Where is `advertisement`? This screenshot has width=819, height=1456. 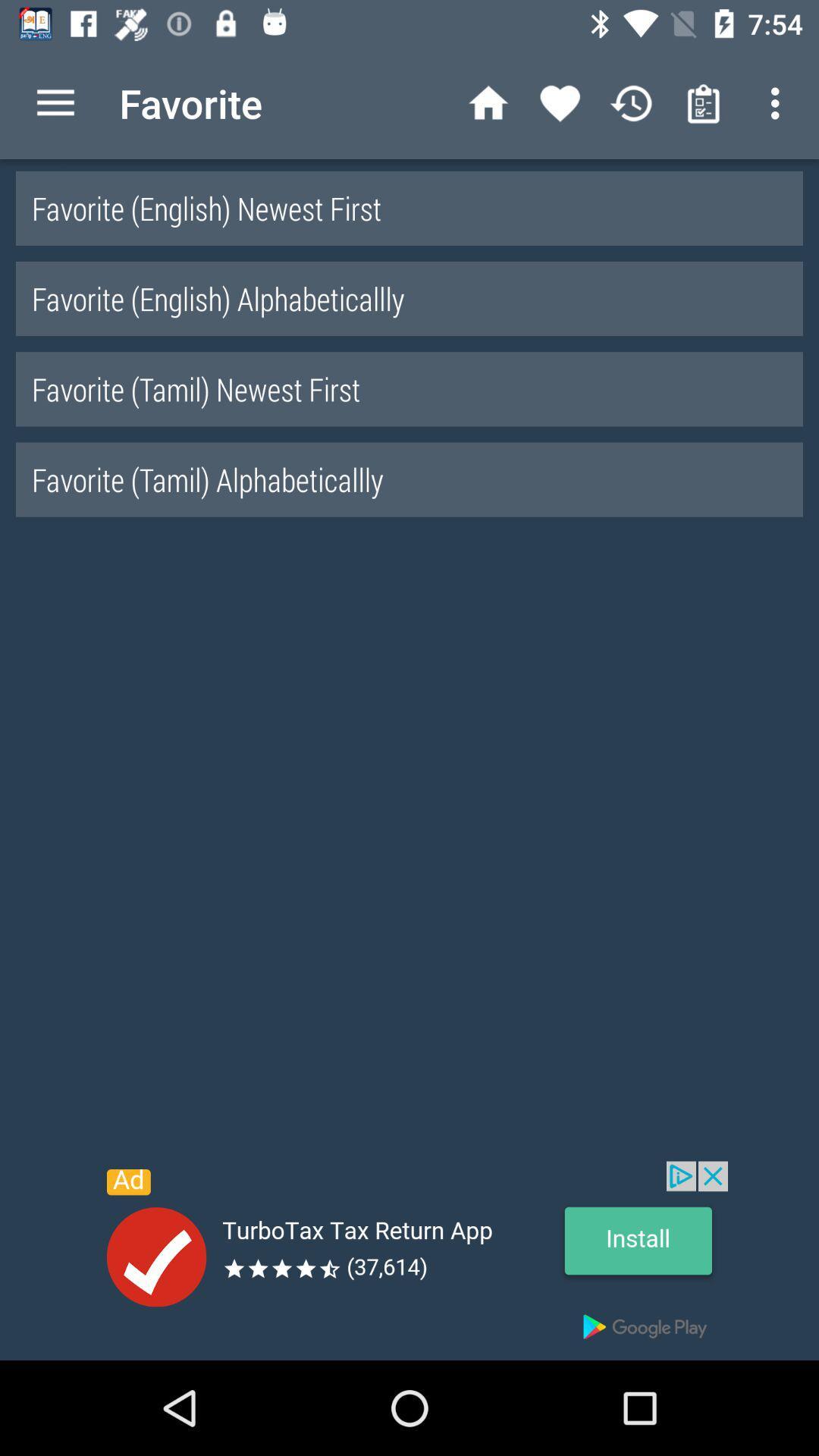
advertisement is located at coordinates (409, 1260).